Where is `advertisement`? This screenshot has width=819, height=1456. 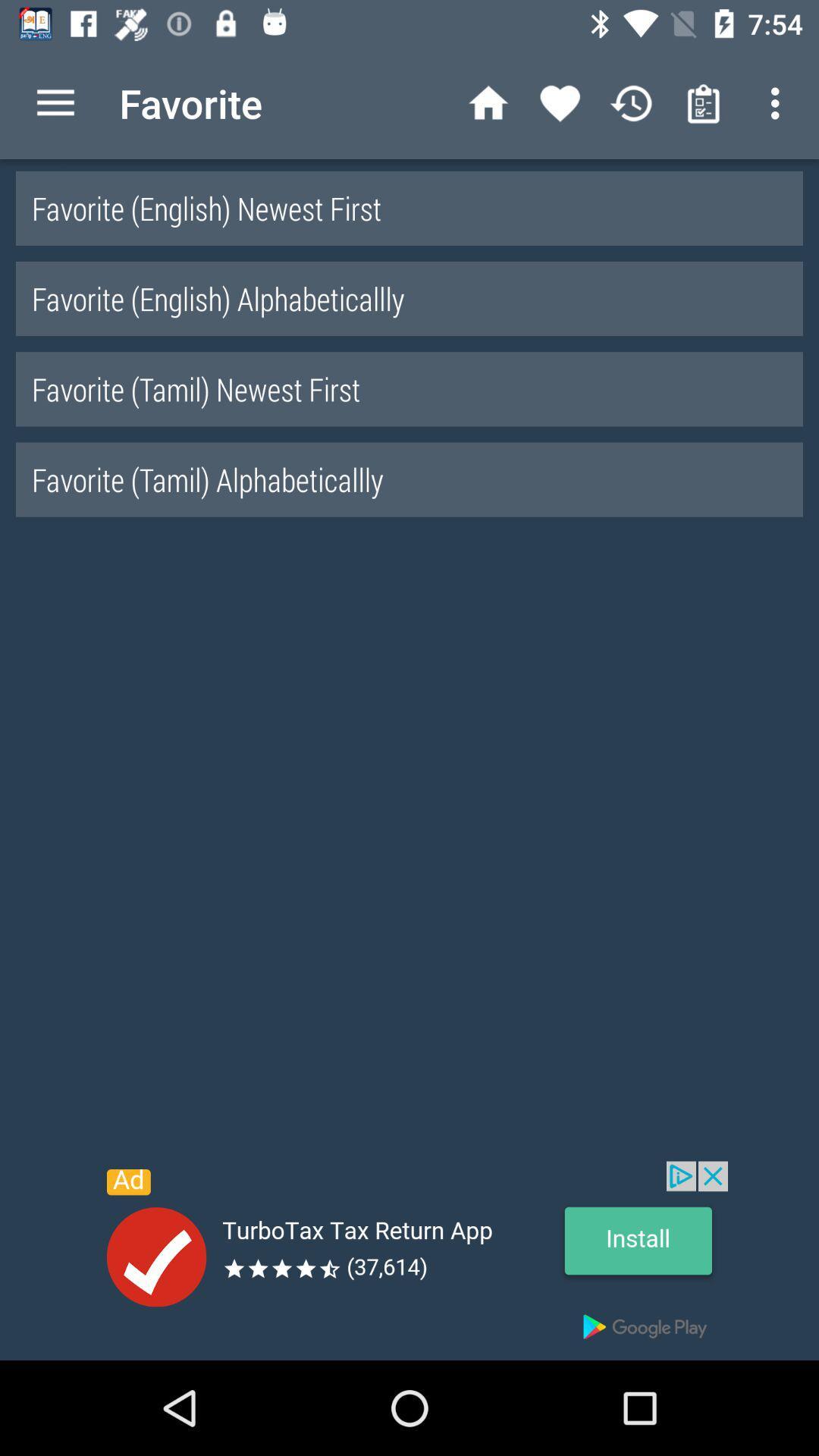
advertisement is located at coordinates (409, 1260).